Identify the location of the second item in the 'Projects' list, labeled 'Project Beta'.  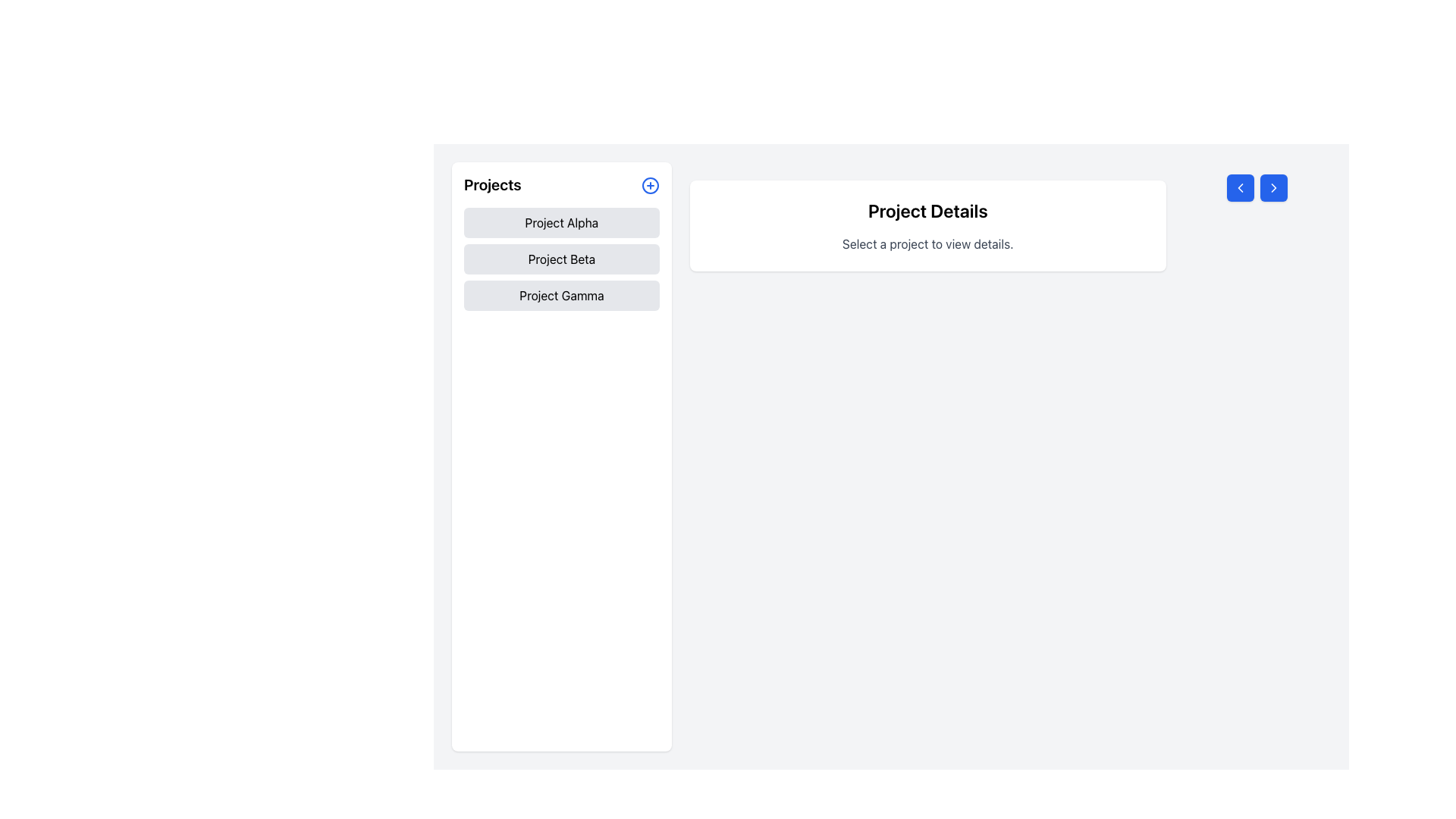
(560, 259).